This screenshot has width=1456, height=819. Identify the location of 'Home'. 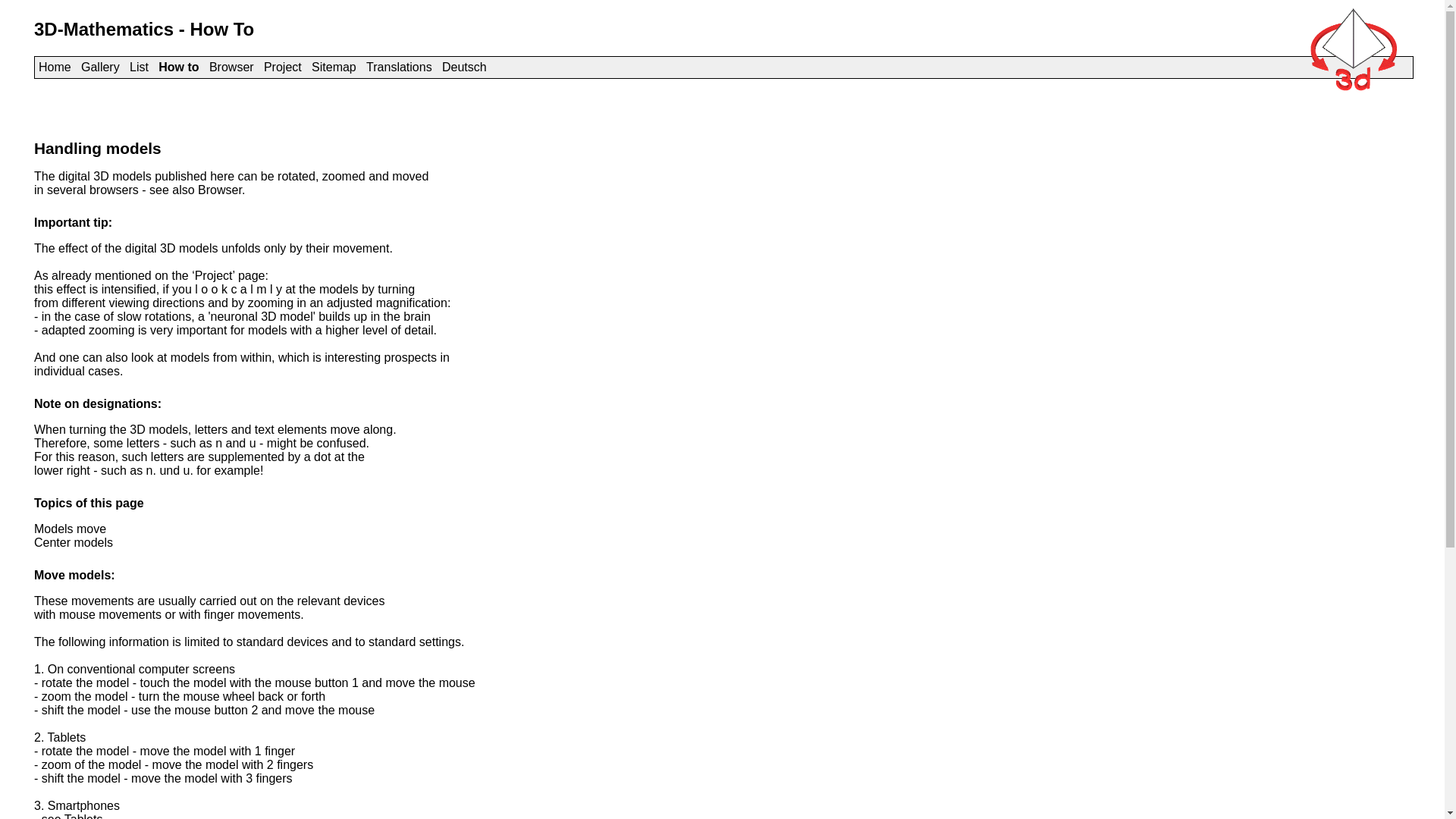
(55, 66).